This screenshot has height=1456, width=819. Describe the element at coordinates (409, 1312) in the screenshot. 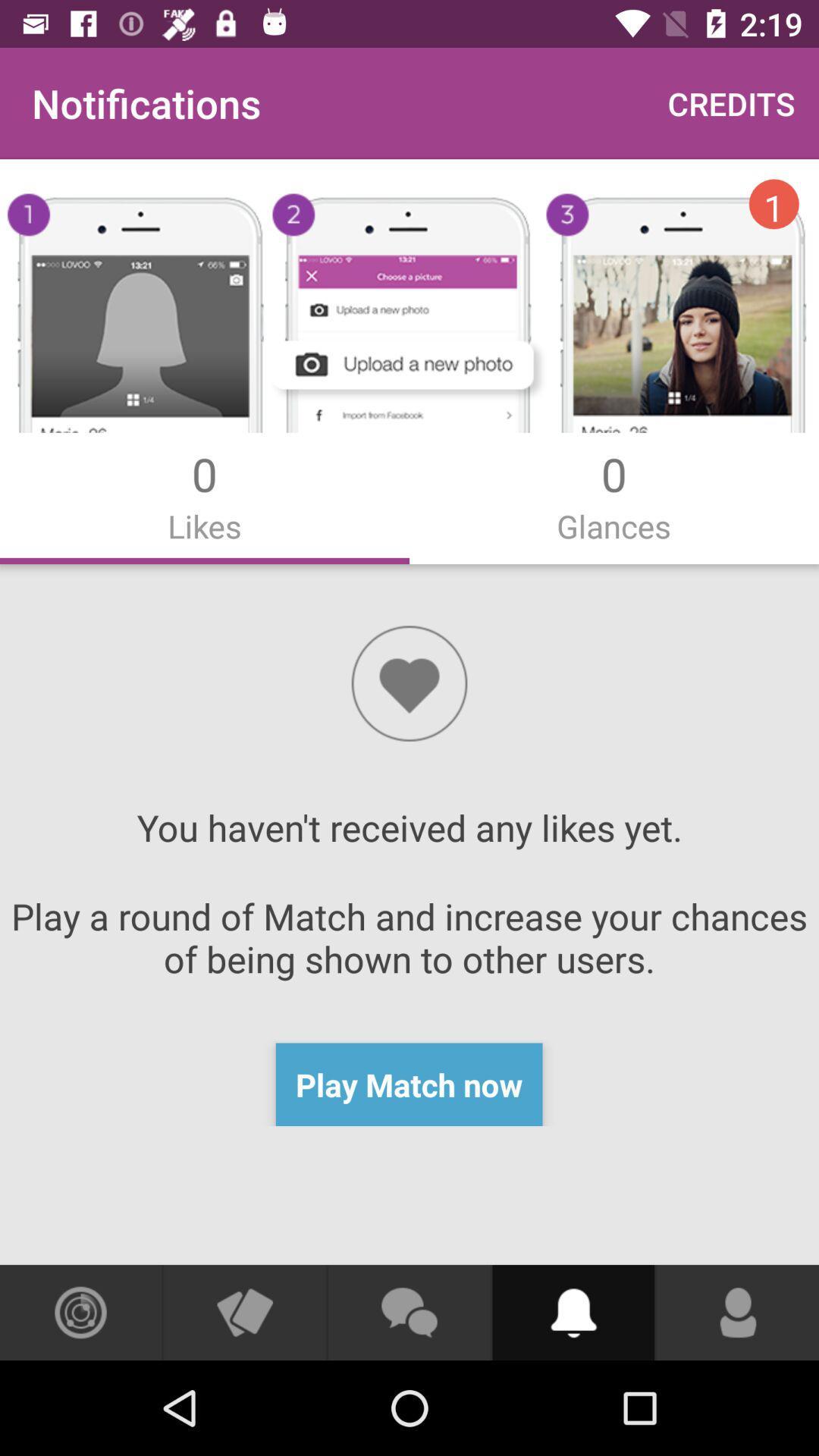

I see `the chat icon at the bottom of the page` at that location.